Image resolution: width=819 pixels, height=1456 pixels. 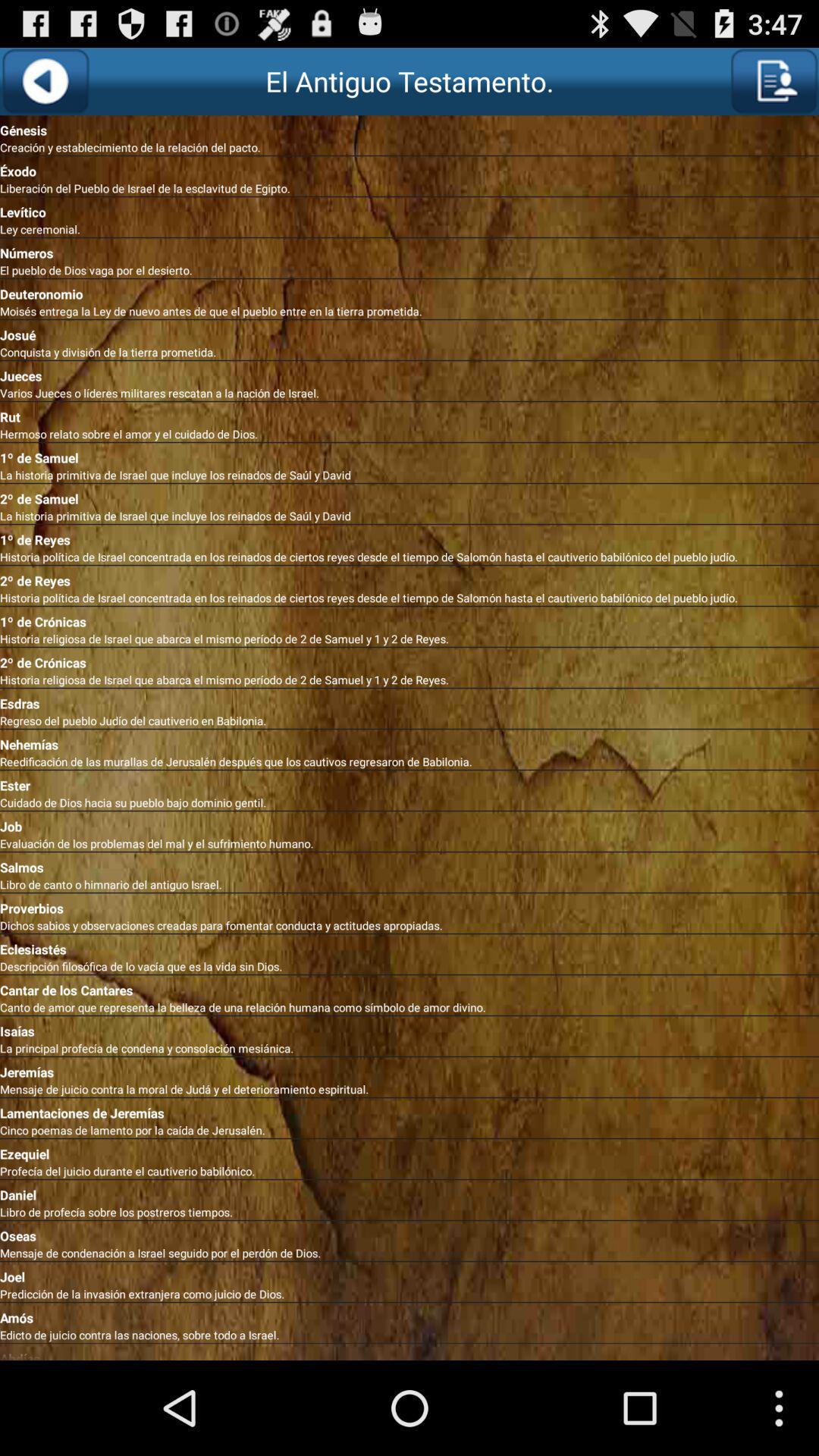 What do you see at coordinates (44, 80) in the screenshot?
I see `app to the left of el antiguo testamento. item` at bounding box center [44, 80].